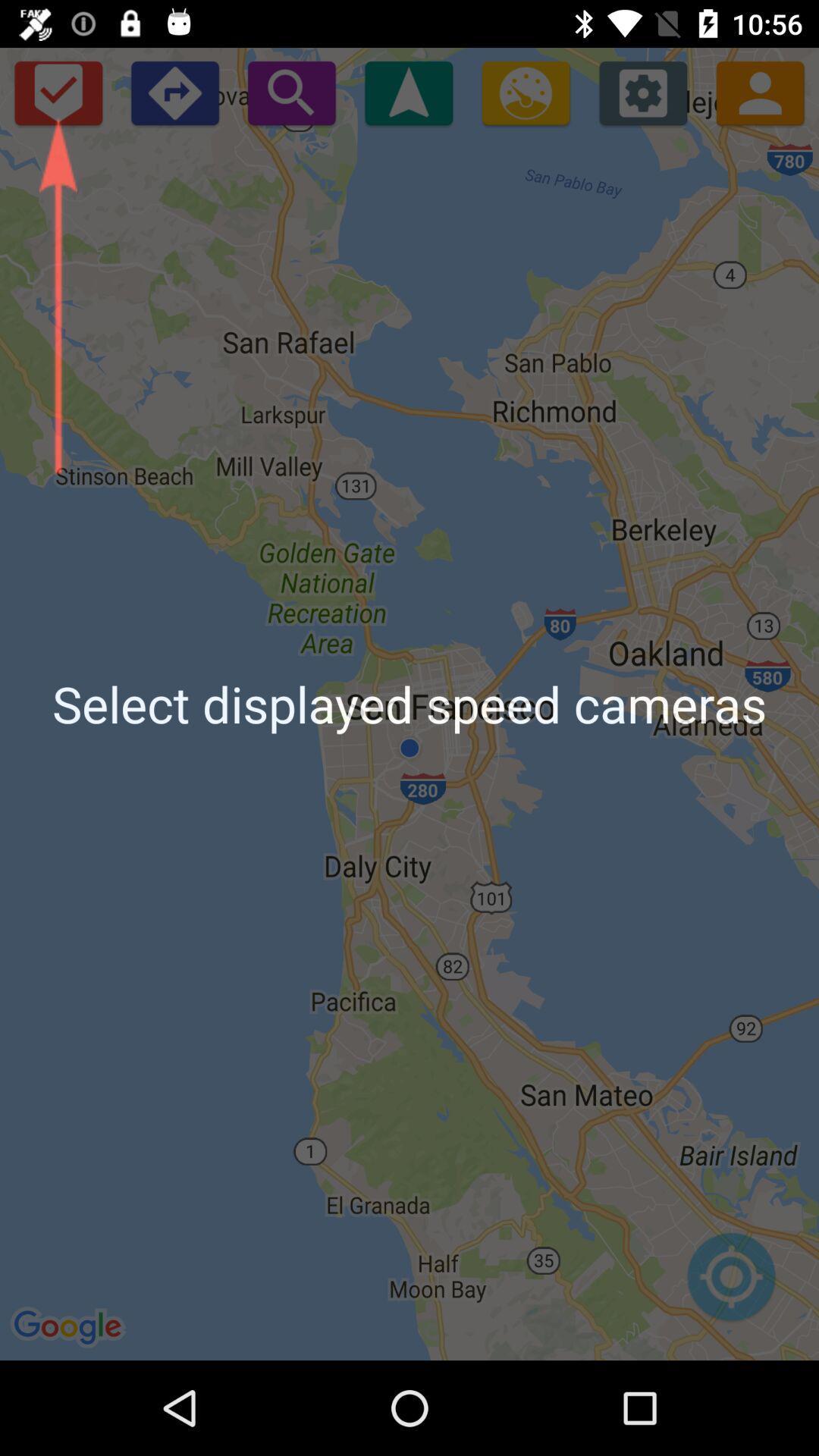  I want to click on icon below the select displayed speed item, so click(730, 1284).